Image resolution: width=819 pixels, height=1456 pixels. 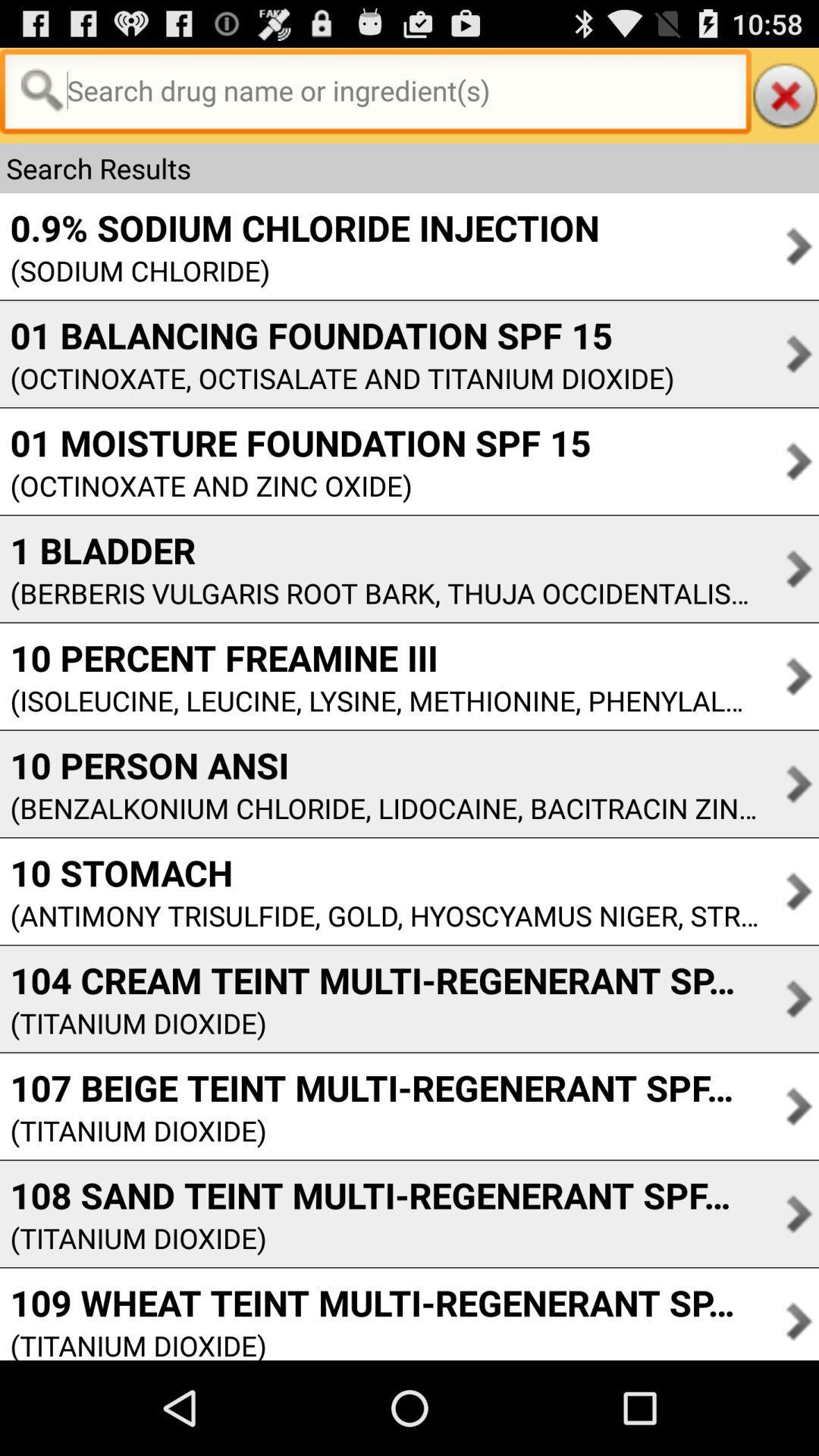 What do you see at coordinates (785, 101) in the screenshot?
I see `the close icon` at bounding box center [785, 101].